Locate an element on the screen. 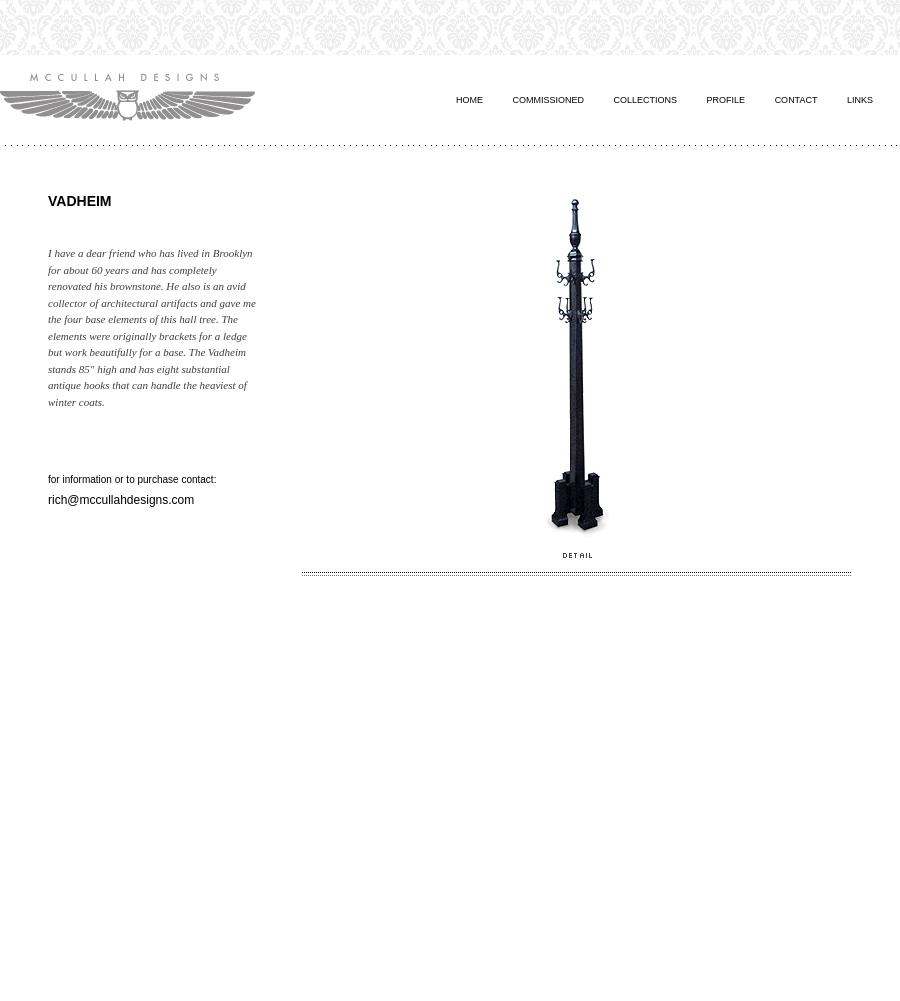 This screenshot has width=900, height=1001. 'I have a dear friend who has lived in Brooklyn for about 60 years and has completely renovated his brownstone. He also is an avid collector of architectural artifacts and gave me the four base elements of this hall tree. The elements were originally brackets for a ledge but work beautifully for a base. The Vadheim stands 85" high and has eight substantial antique hooks that can handle the heaviest of winter coats.' is located at coordinates (151, 327).